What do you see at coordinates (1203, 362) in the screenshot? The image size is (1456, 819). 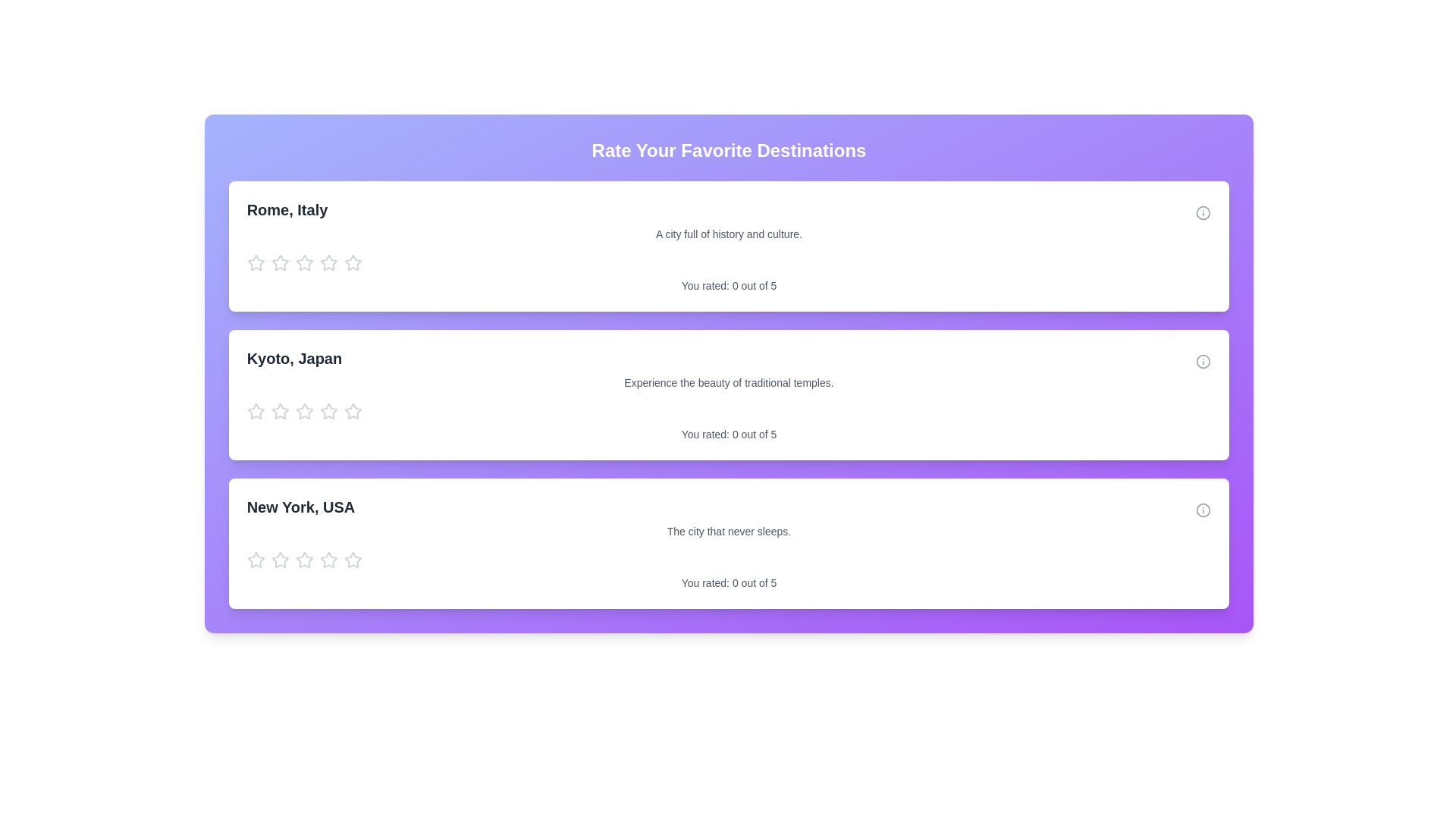 I see `the circular graphical element in the upper-right corner of the second list item related to 'Kyoto, Japan'` at bounding box center [1203, 362].